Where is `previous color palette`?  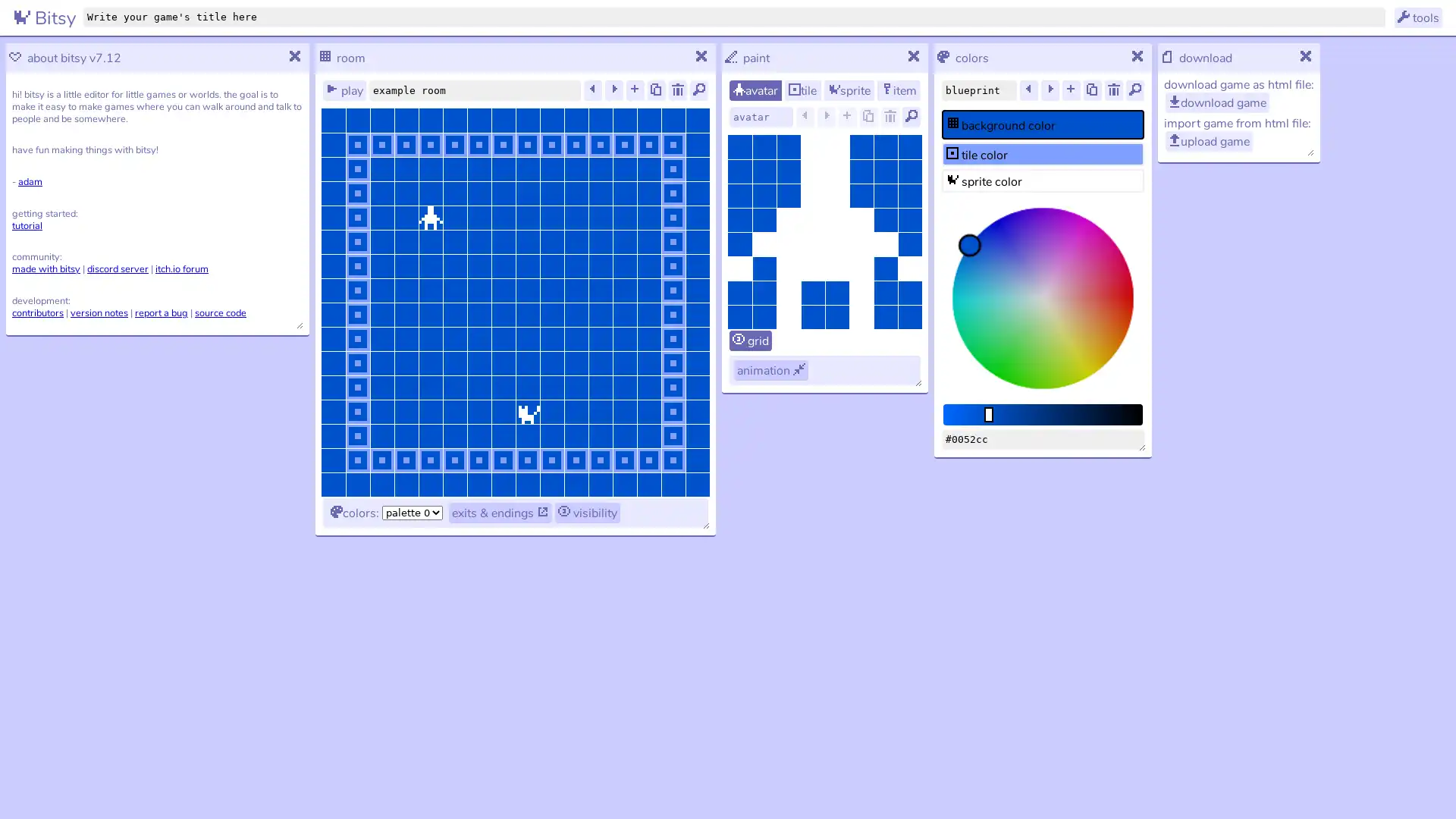 previous color palette is located at coordinates (1029, 90).